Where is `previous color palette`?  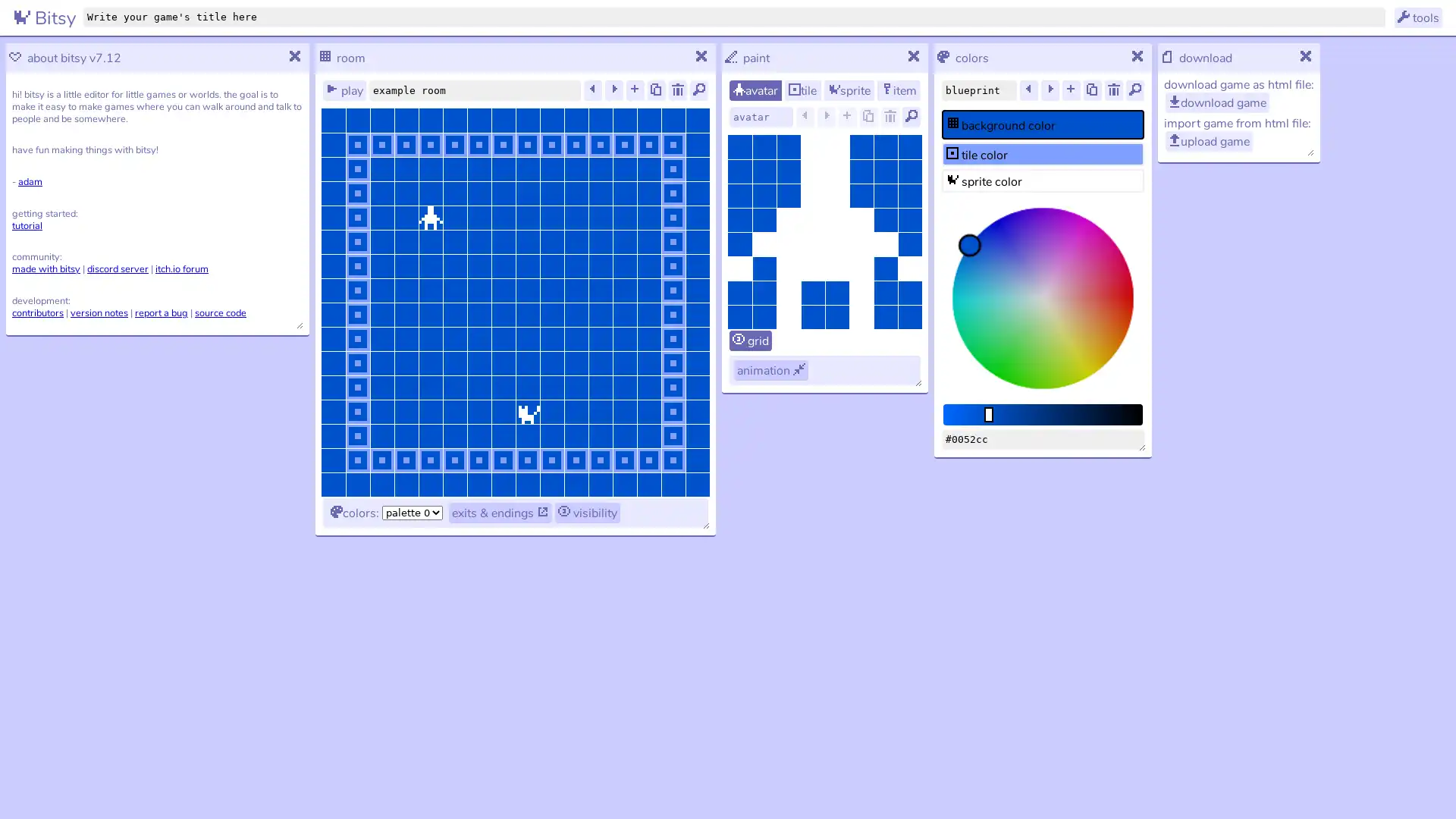 previous color palette is located at coordinates (1029, 90).